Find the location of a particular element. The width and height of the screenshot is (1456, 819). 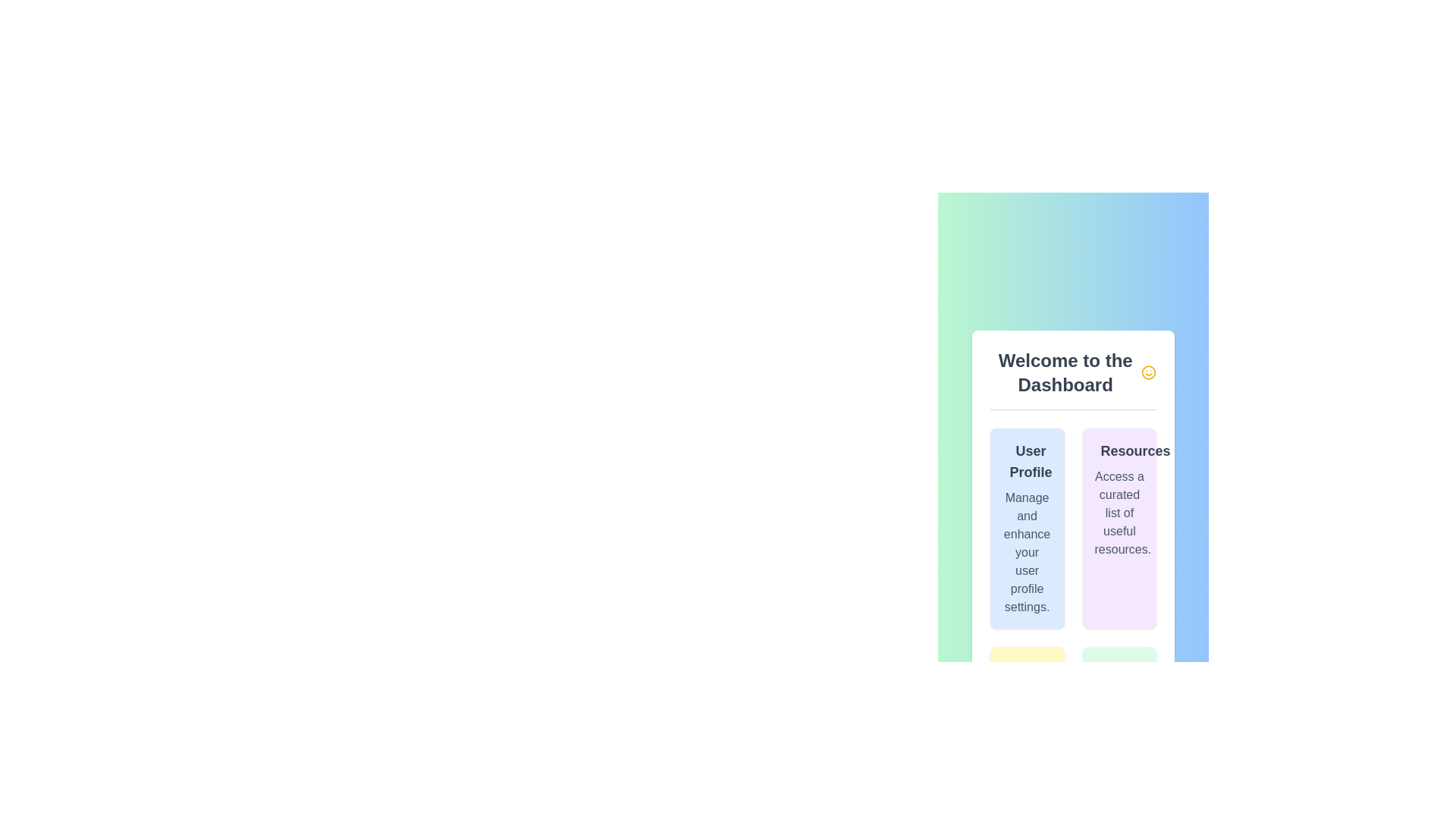

the descriptive text about the resources section, which is located beneath the 'Resources' header in a light purple rounded box on the right side of the three-panel layout is located at coordinates (1119, 512).